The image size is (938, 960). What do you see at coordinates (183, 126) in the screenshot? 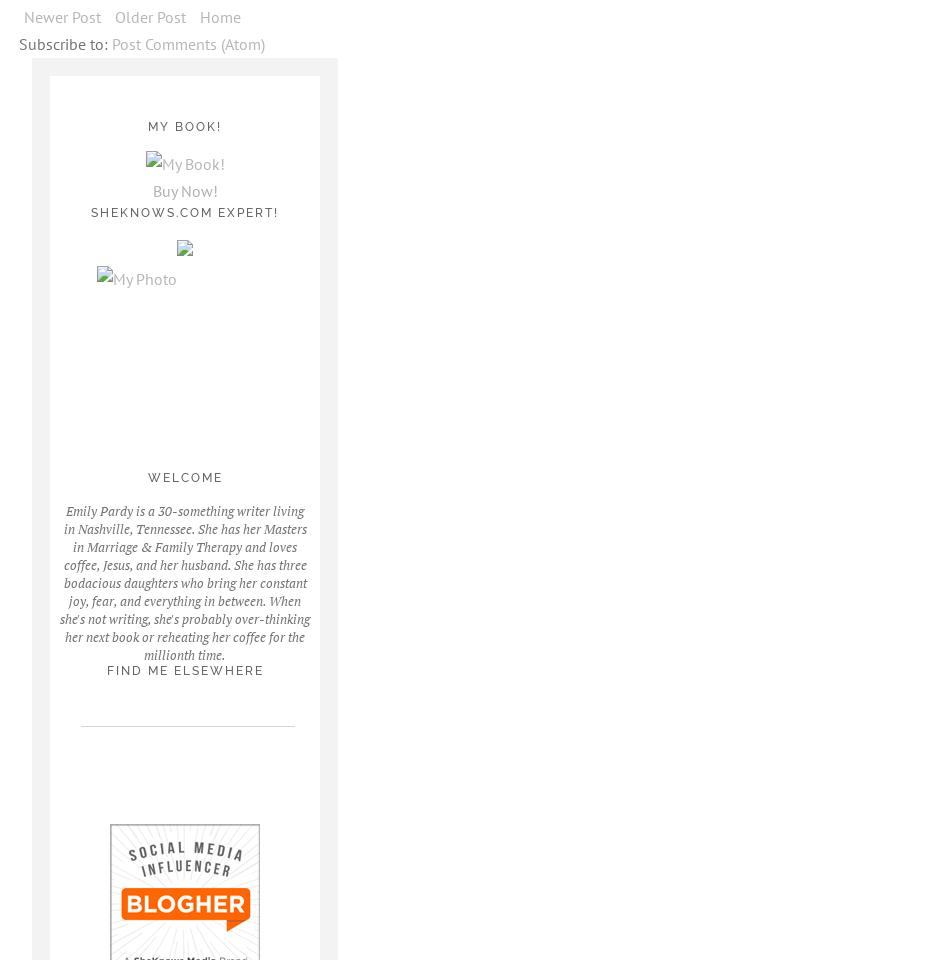
I see `'My Book!'` at bounding box center [183, 126].